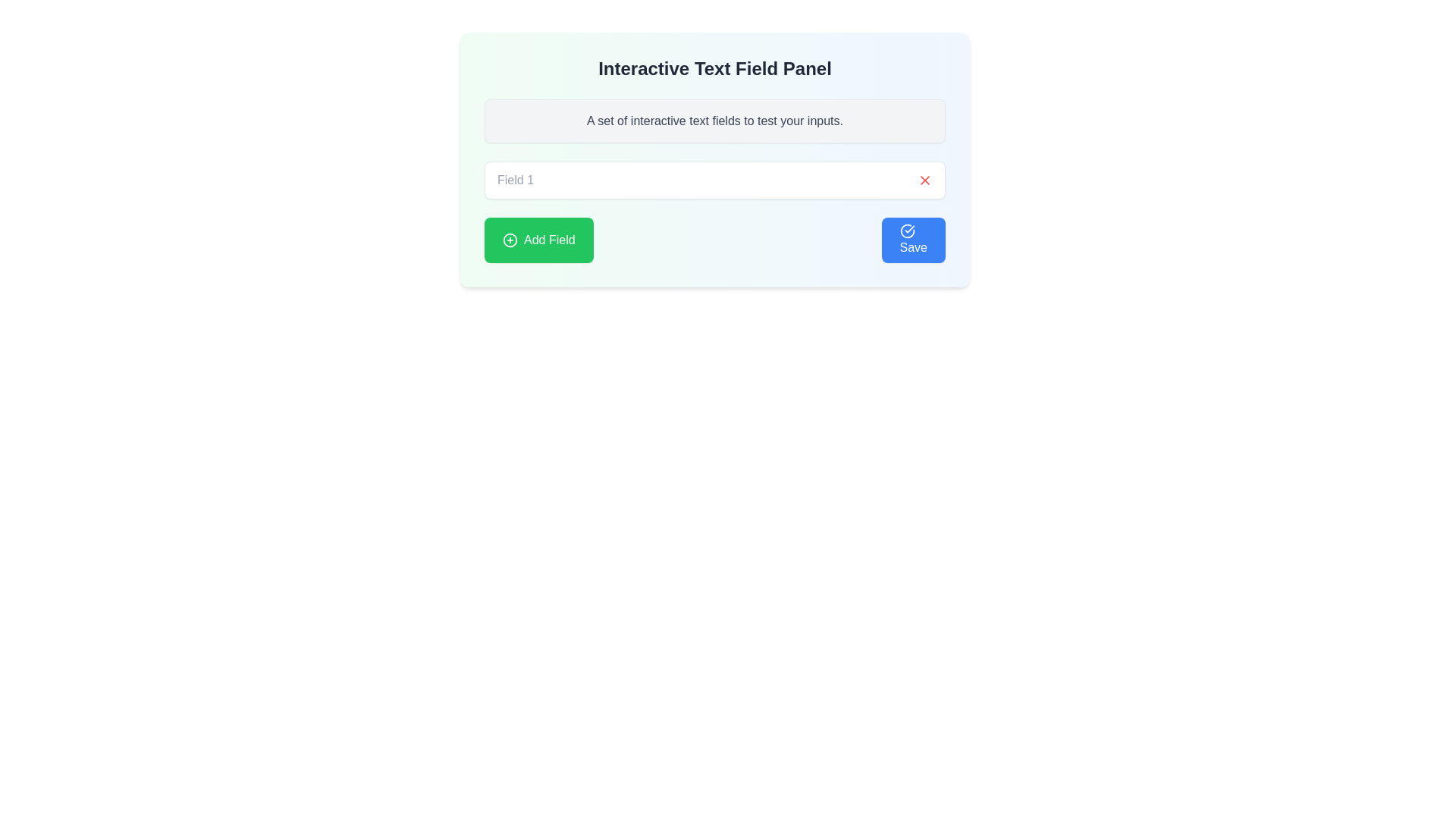 Image resolution: width=1456 pixels, height=819 pixels. I want to click on the close or delete button located on the right-hand side of the text input box labeled 'Field 1', so click(924, 180).